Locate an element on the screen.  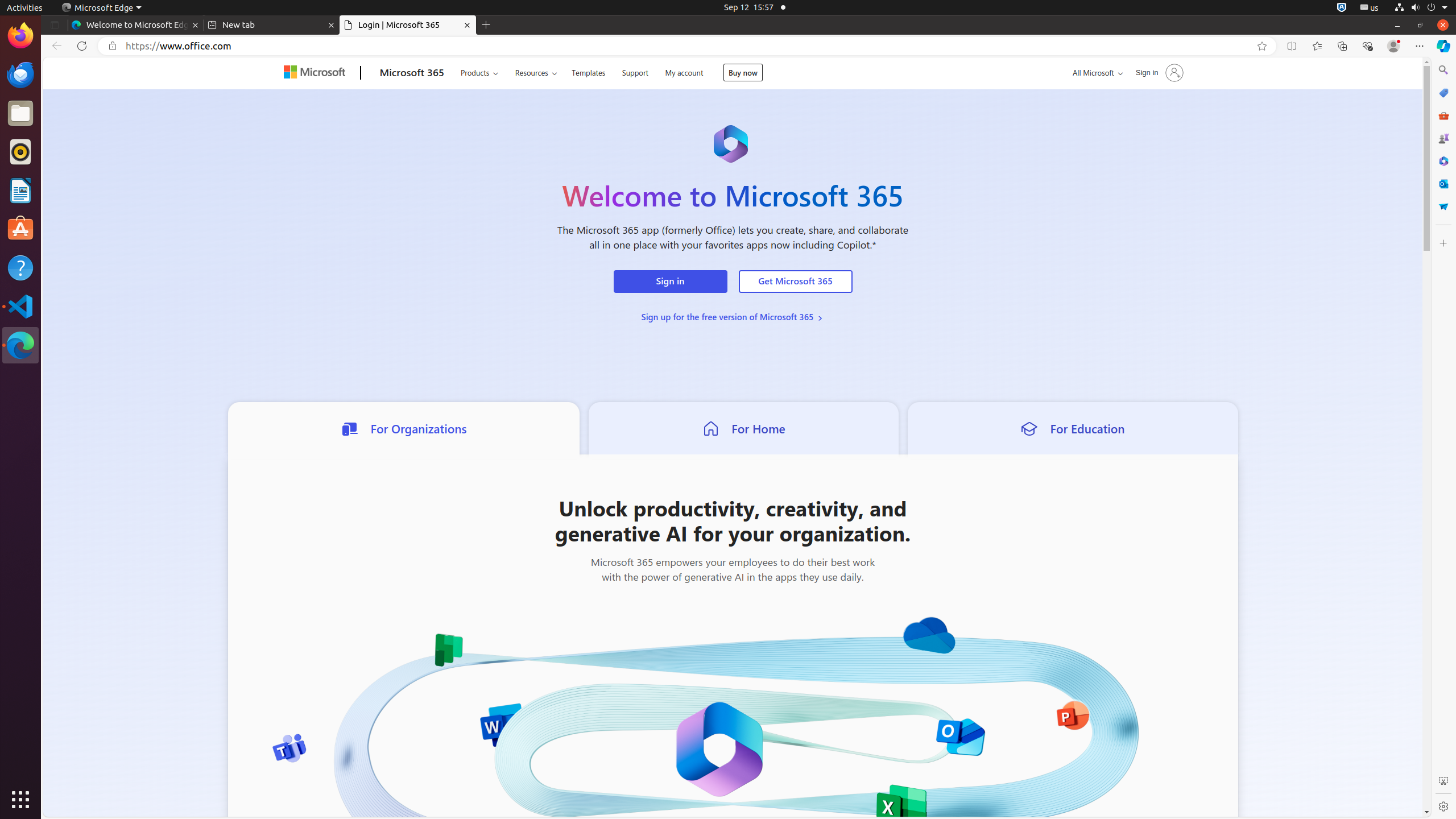
'For Education' is located at coordinates (1072, 427).